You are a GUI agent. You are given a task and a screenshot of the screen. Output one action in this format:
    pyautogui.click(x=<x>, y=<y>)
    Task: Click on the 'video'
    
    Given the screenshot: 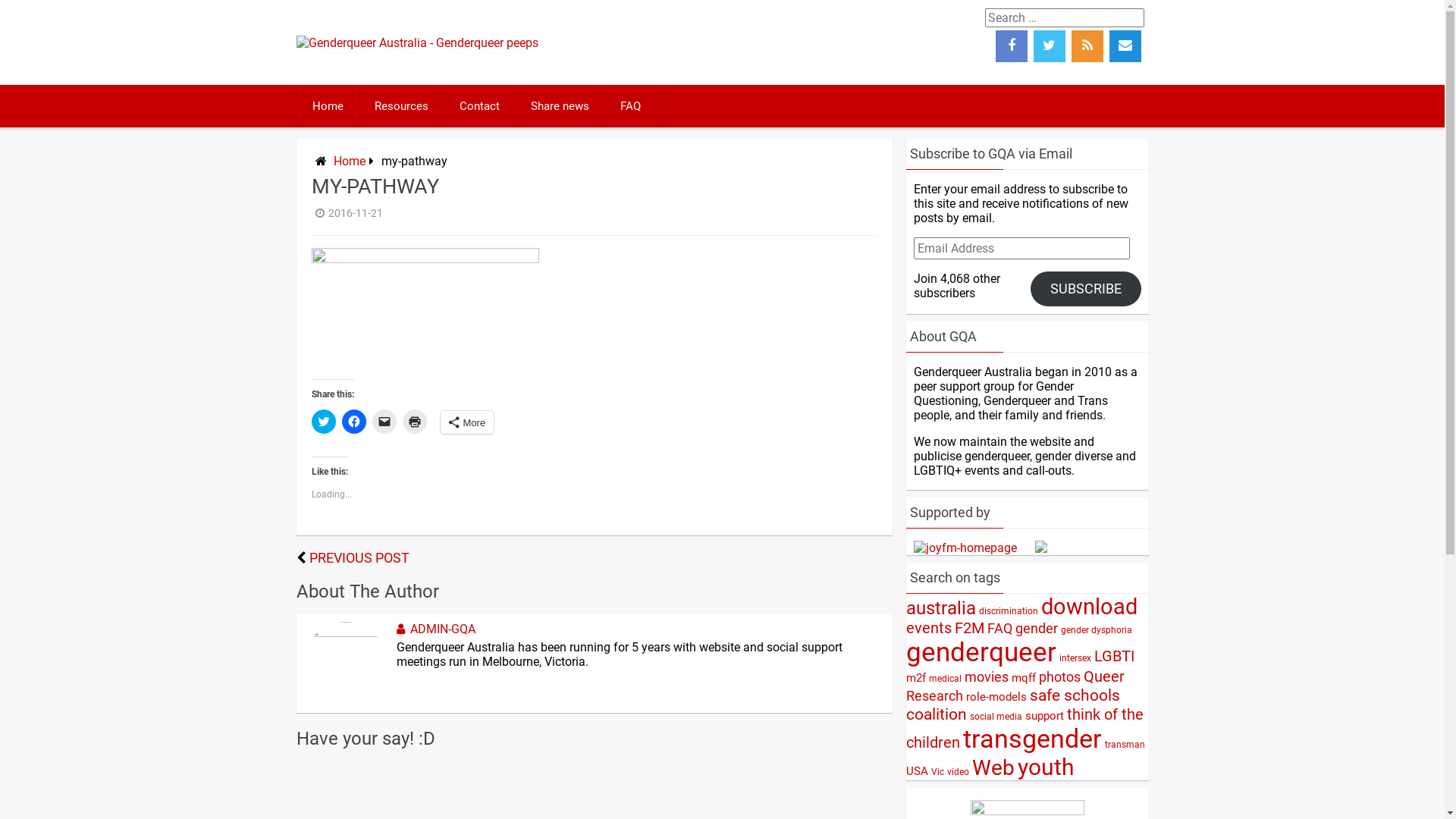 What is the action you would take?
    pyautogui.click(x=956, y=772)
    